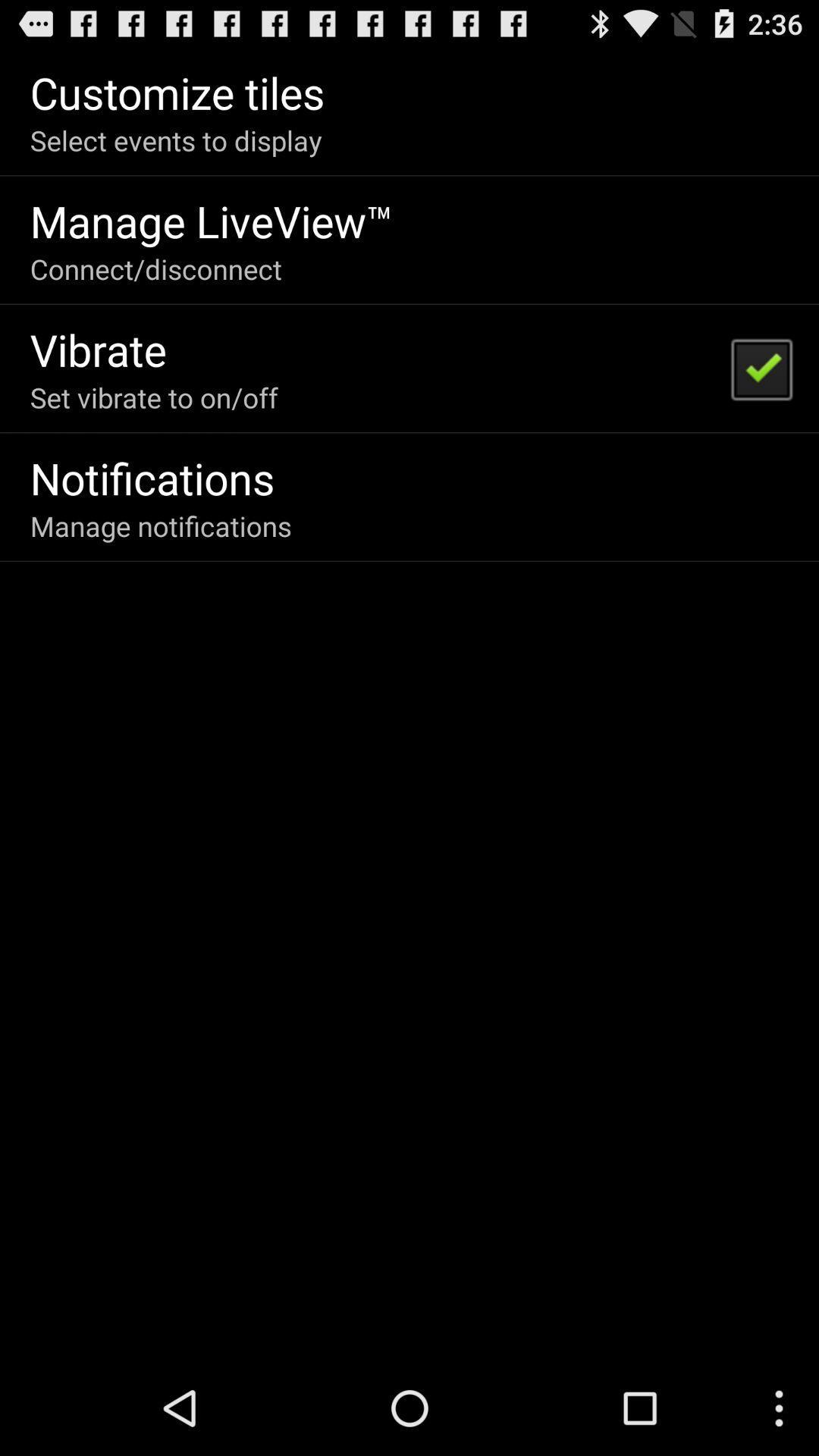 This screenshot has height=1456, width=819. I want to click on manage notifications on the left, so click(161, 526).